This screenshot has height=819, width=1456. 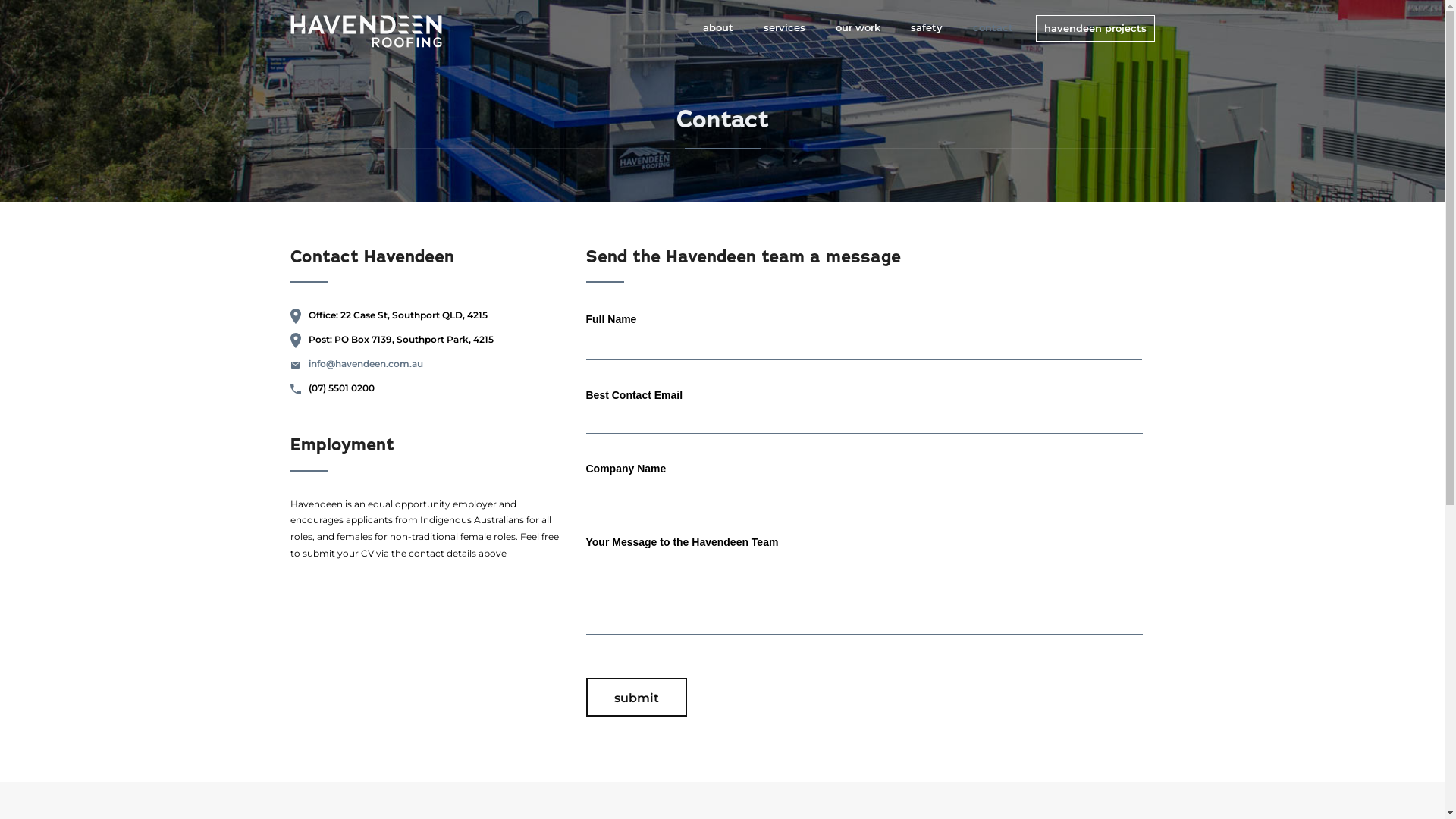 What do you see at coordinates (999, 27) in the screenshot?
I see `'contact'` at bounding box center [999, 27].